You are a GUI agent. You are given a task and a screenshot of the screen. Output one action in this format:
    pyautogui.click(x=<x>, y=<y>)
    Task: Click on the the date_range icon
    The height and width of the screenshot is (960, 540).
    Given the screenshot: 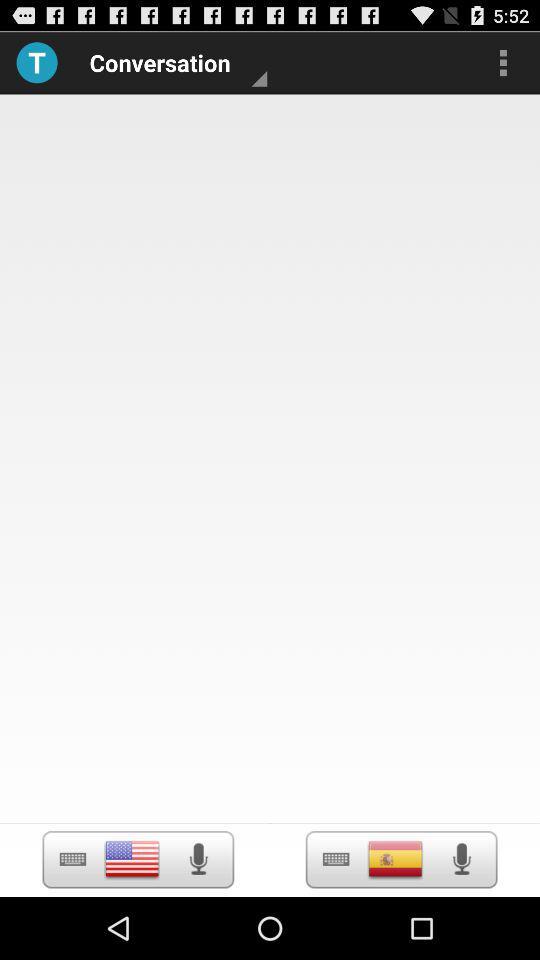 What is the action you would take?
    pyautogui.click(x=336, y=920)
    